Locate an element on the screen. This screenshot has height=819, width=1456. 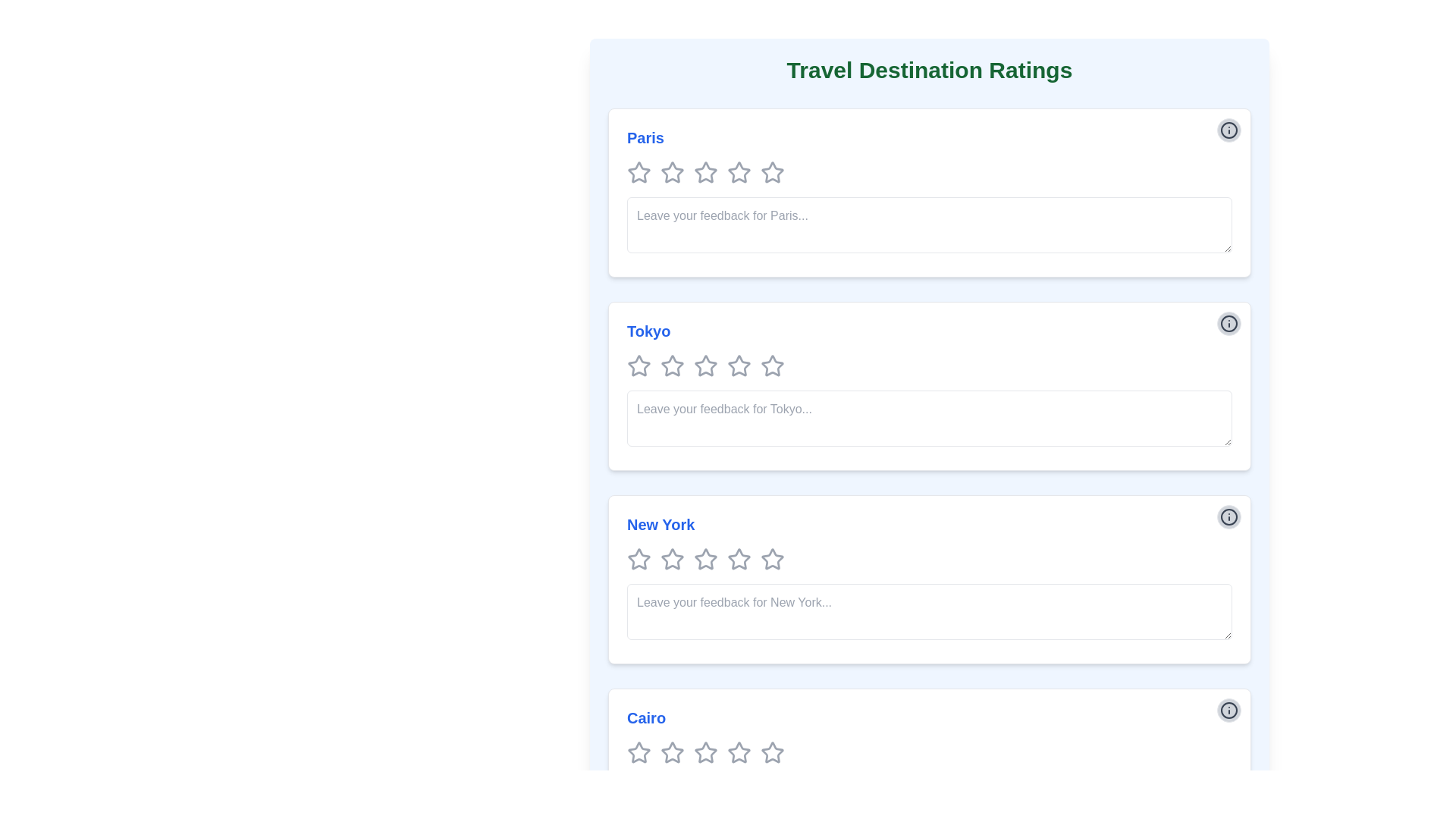
the second gray outlined star icon in the 'Travel Destination Ratings' section under the 'New York' heading is located at coordinates (672, 559).